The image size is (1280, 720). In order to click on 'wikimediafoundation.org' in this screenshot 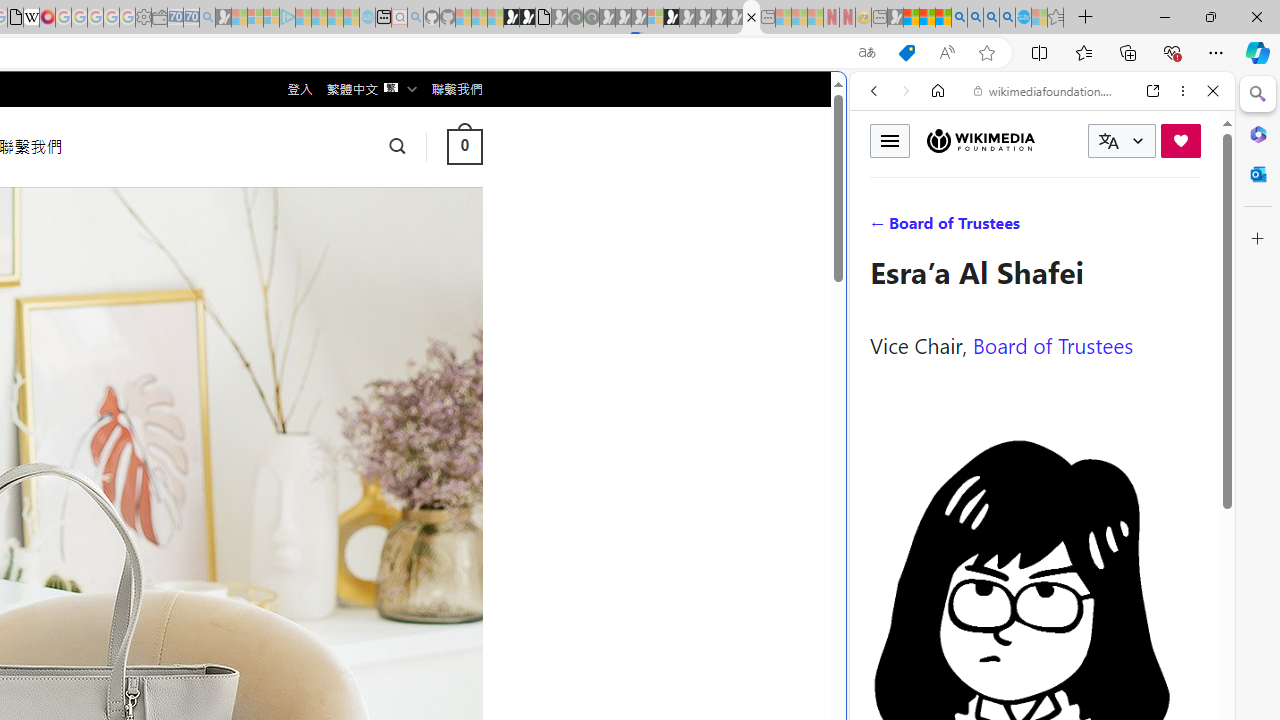, I will do `click(1045, 91)`.